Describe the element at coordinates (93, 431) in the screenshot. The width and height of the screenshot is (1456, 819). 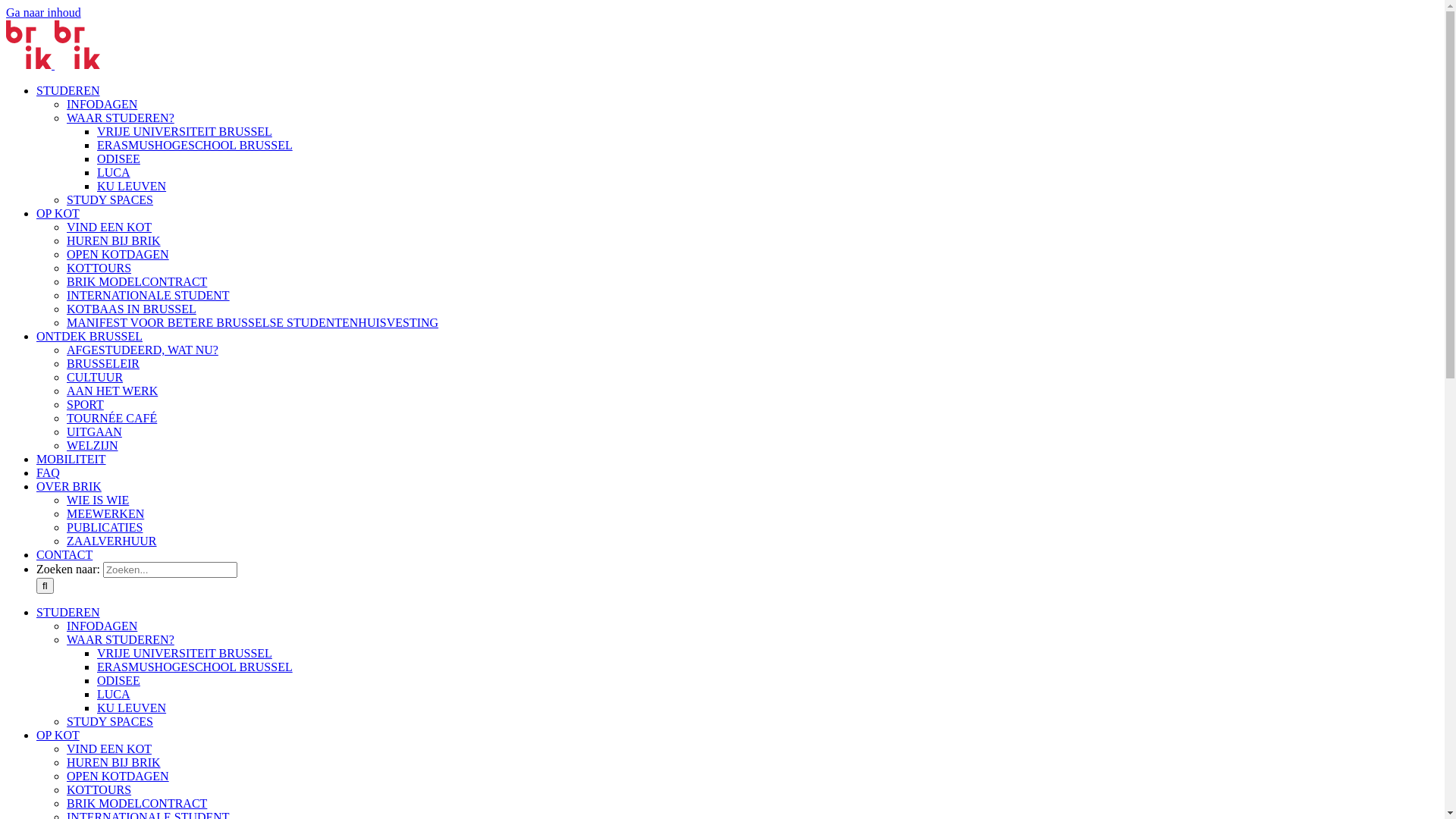
I see `'UITGAAN'` at that location.